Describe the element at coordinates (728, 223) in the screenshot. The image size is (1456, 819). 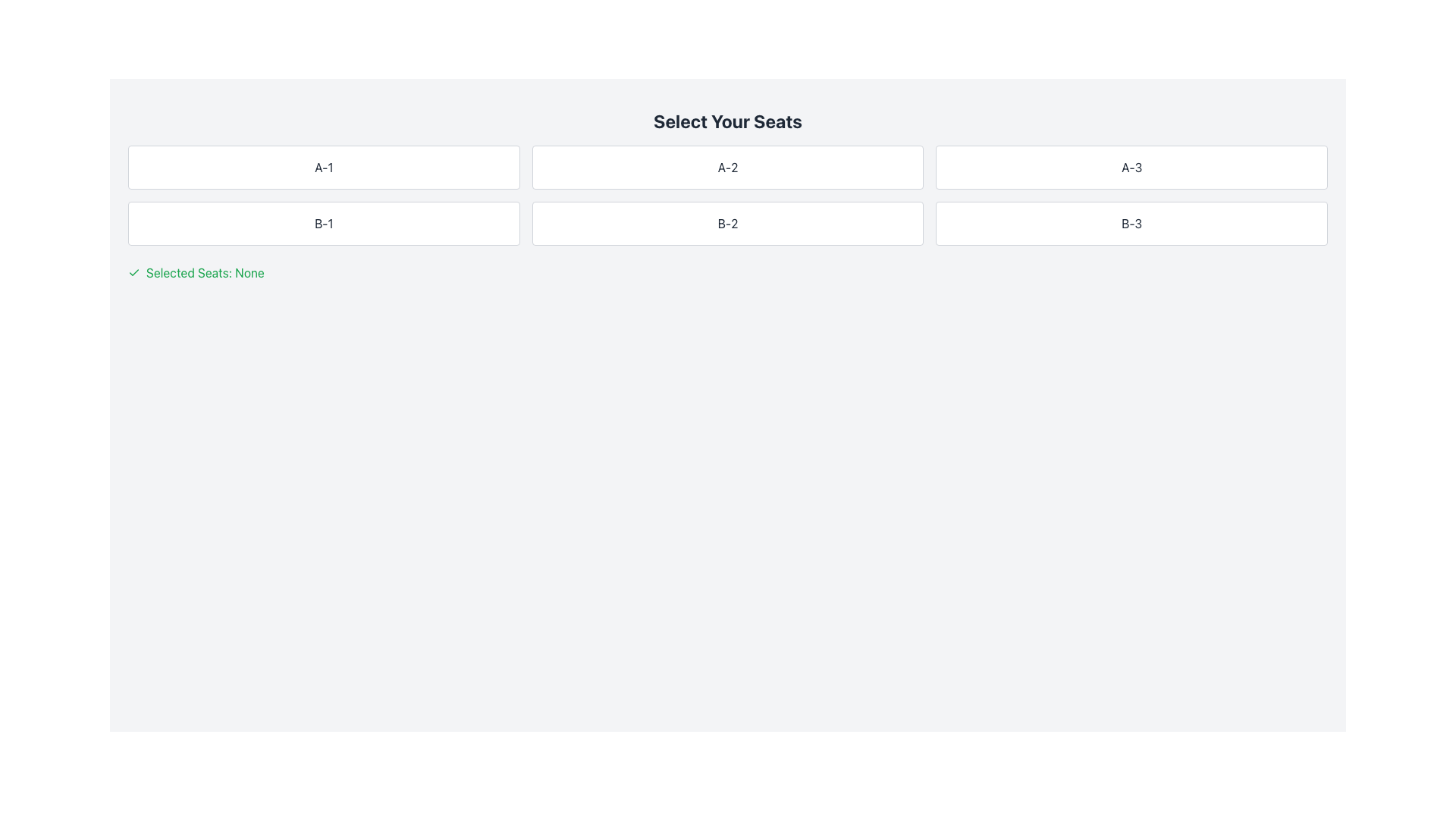
I see `the button labeled 'B-2', which is a rectangular button with a white background and a gray border, located at the center of the grid layout` at that location.